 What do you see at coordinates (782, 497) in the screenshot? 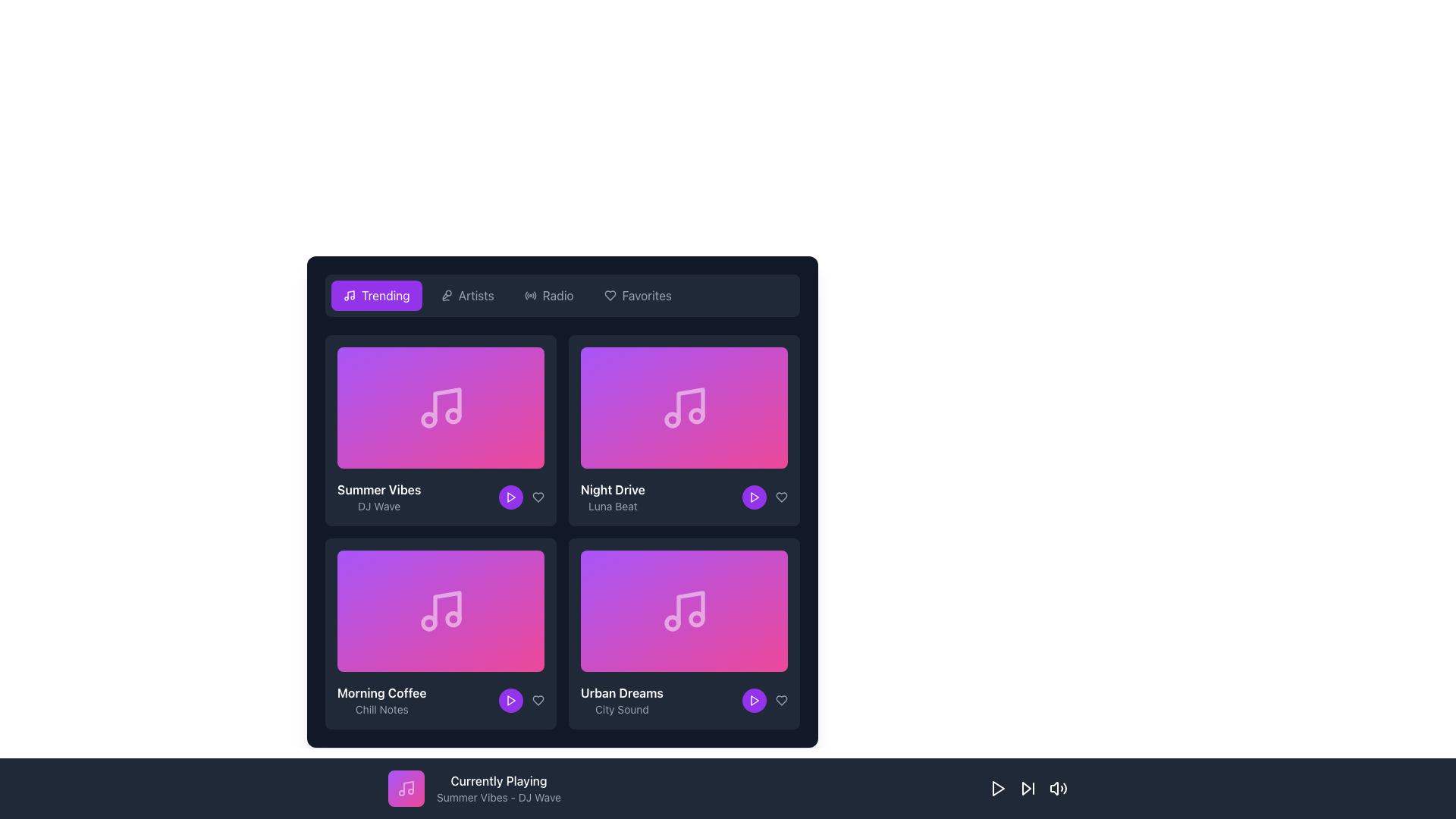
I see `the heart-shaped icon button located at the bottom-right corner of the 'Night Drive' card` at bounding box center [782, 497].